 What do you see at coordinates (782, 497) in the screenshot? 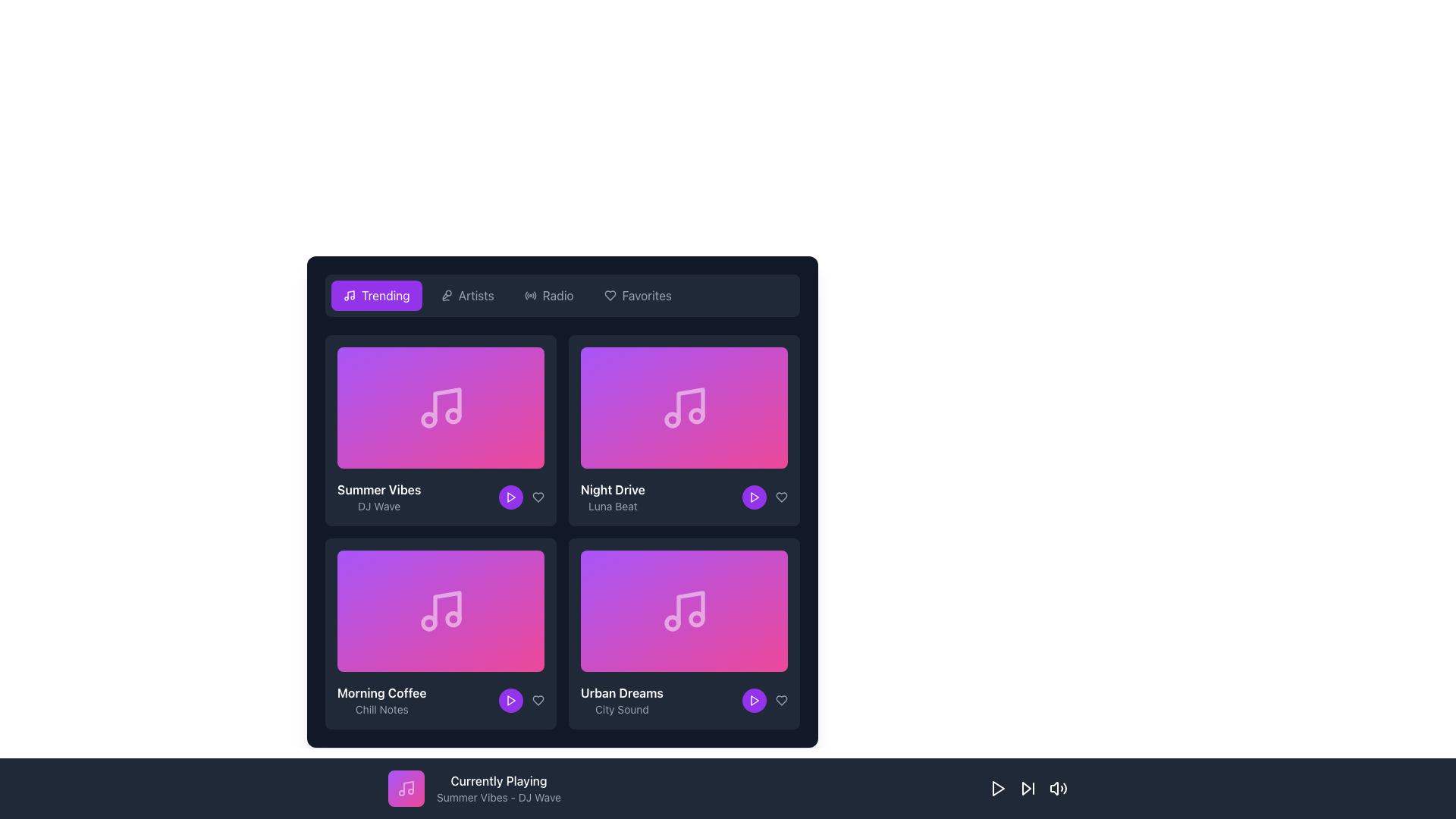
I see `the heart-shaped icon button located at the bottom-right corner of the 'Night Drive' card` at bounding box center [782, 497].